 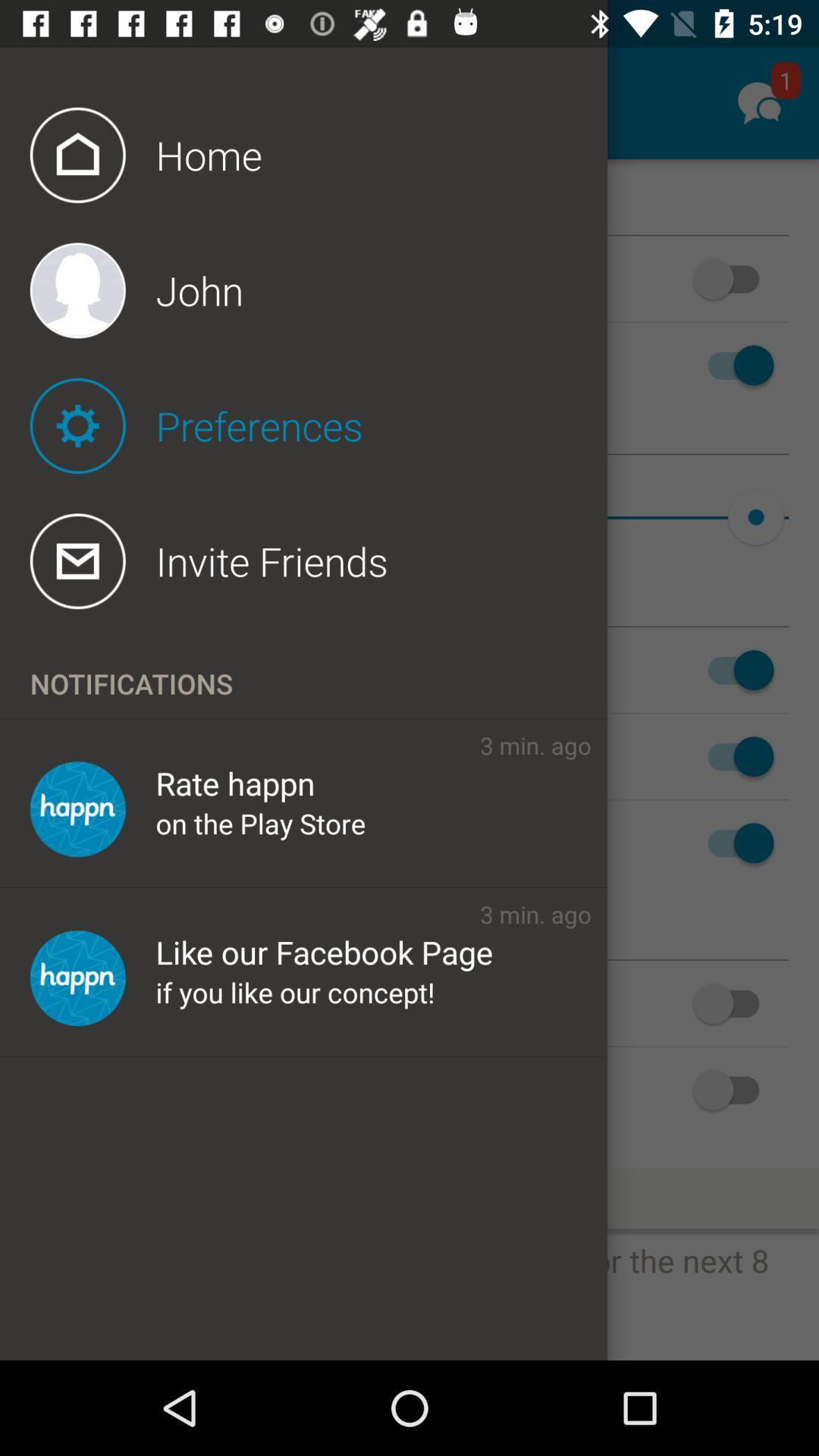 I want to click on sixth toggle switch, so click(x=733, y=843).